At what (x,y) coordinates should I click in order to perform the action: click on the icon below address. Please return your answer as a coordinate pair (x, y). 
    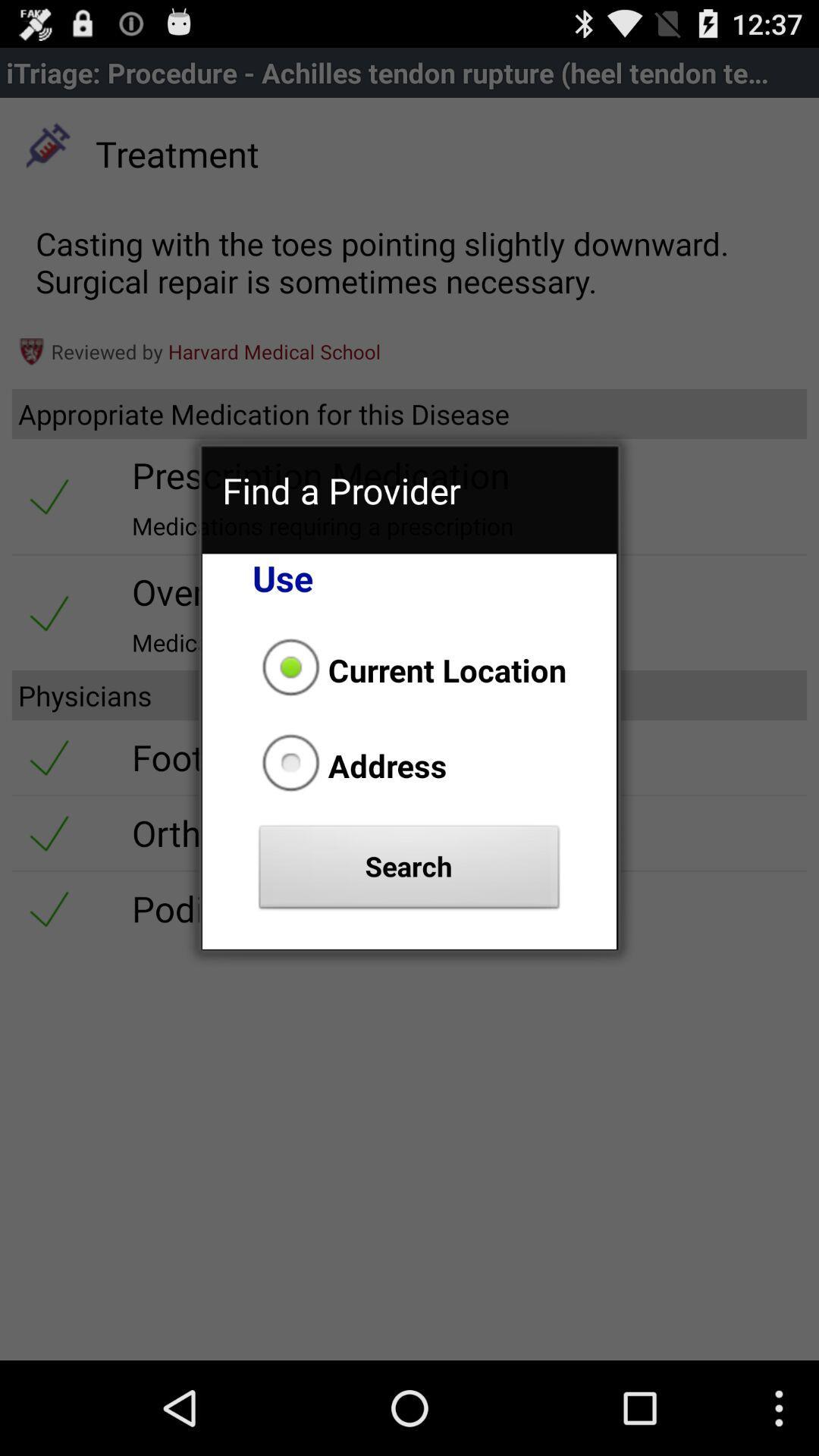
    Looking at the image, I should click on (409, 871).